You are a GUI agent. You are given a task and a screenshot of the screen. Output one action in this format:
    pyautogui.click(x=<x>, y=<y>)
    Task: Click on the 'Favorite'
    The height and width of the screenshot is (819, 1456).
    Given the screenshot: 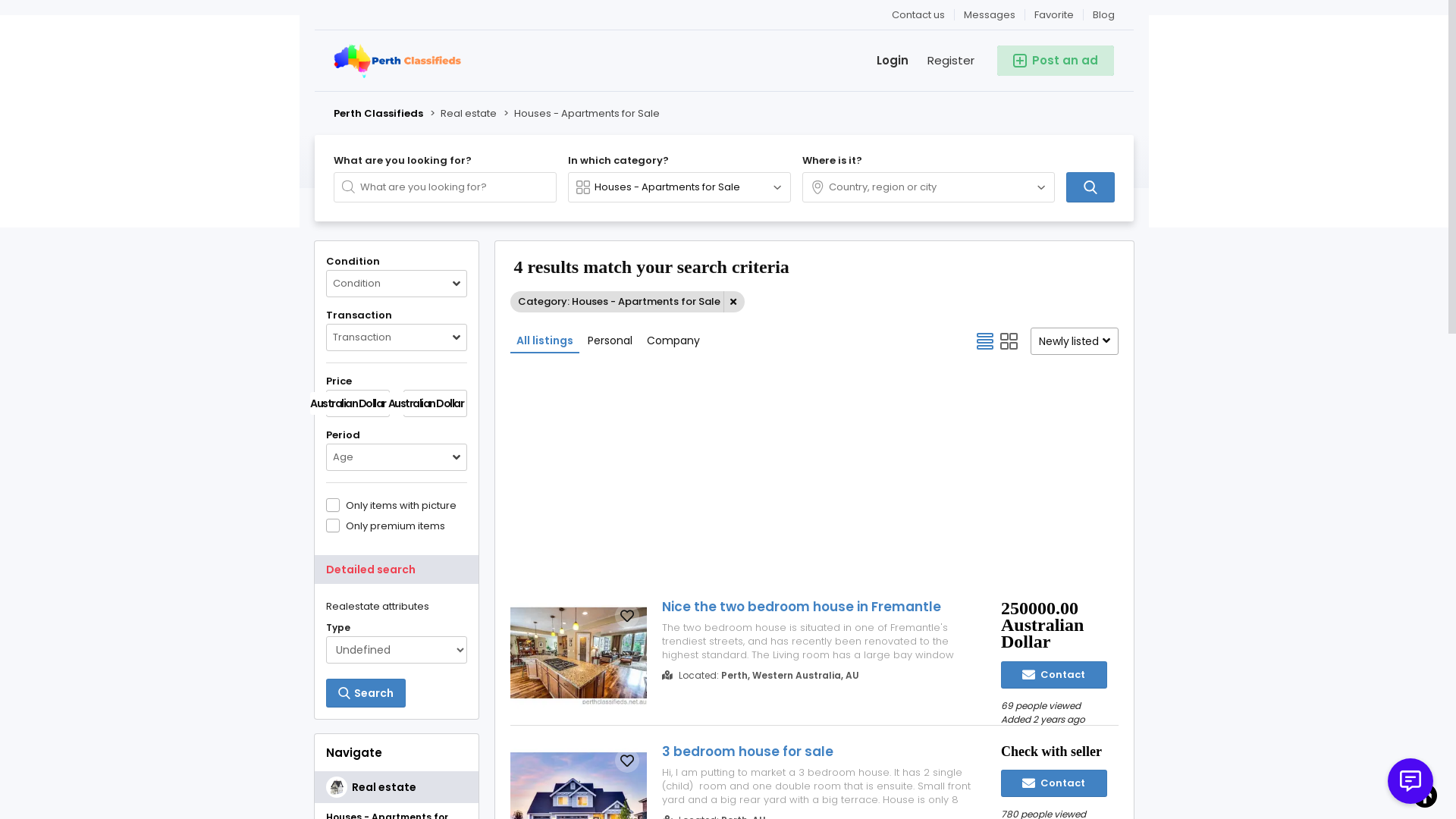 What is the action you would take?
    pyautogui.click(x=1053, y=14)
    